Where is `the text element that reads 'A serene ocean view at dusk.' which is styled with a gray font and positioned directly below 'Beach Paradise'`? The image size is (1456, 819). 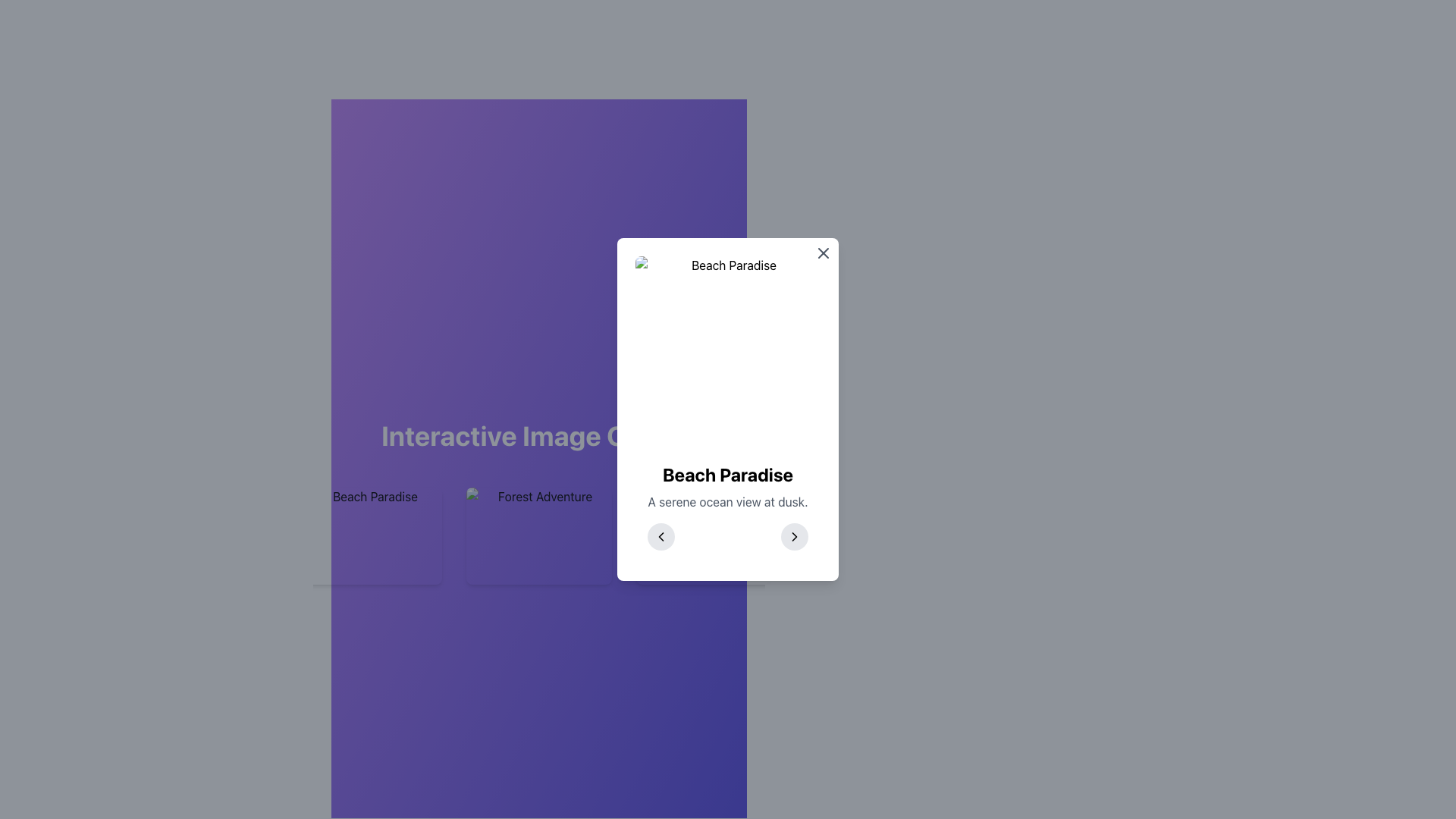 the text element that reads 'A serene ocean view at dusk.' which is styled with a gray font and positioned directly below 'Beach Paradise' is located at coordinates (728, 502).